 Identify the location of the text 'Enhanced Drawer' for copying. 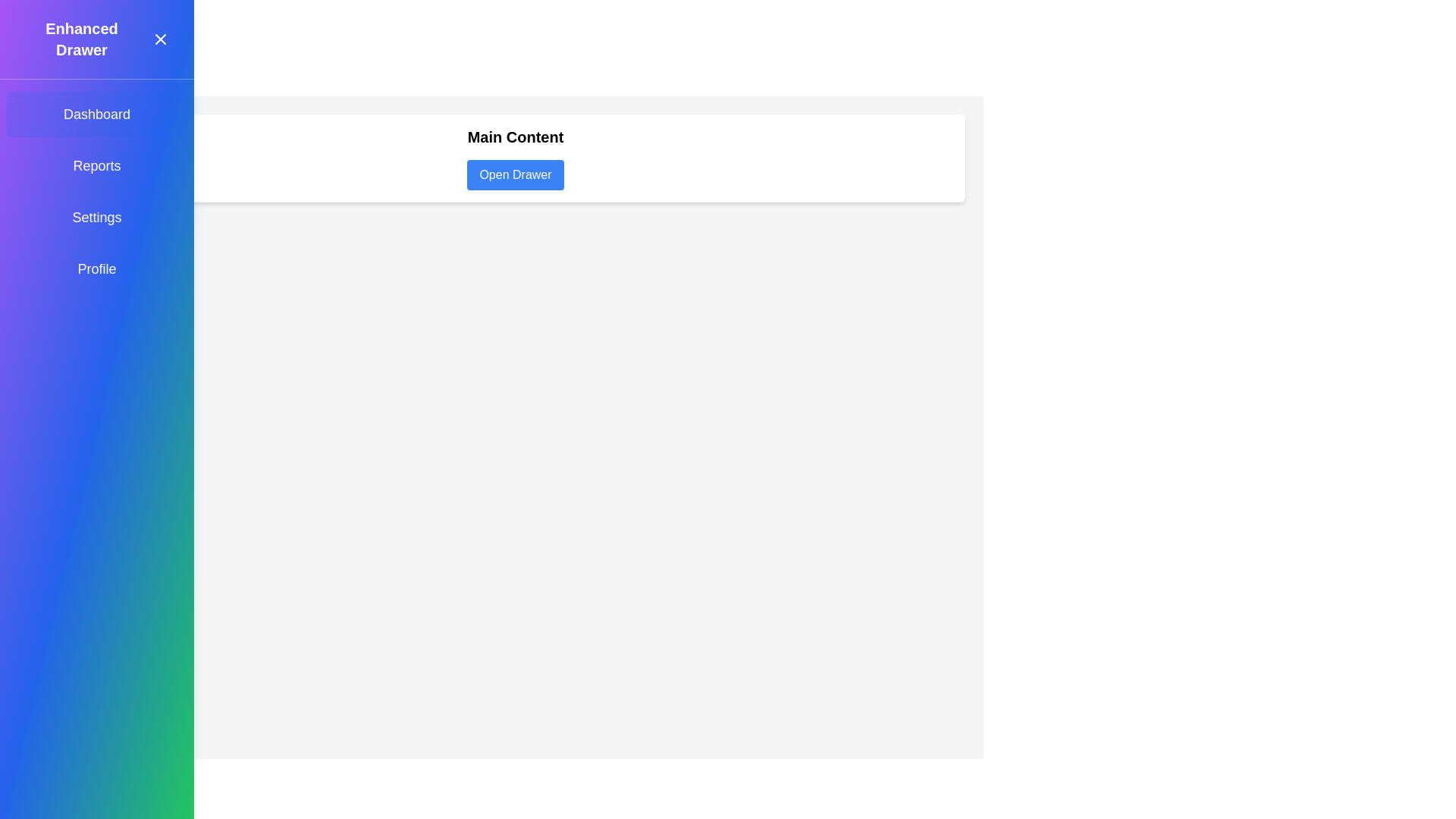
(81, 38).